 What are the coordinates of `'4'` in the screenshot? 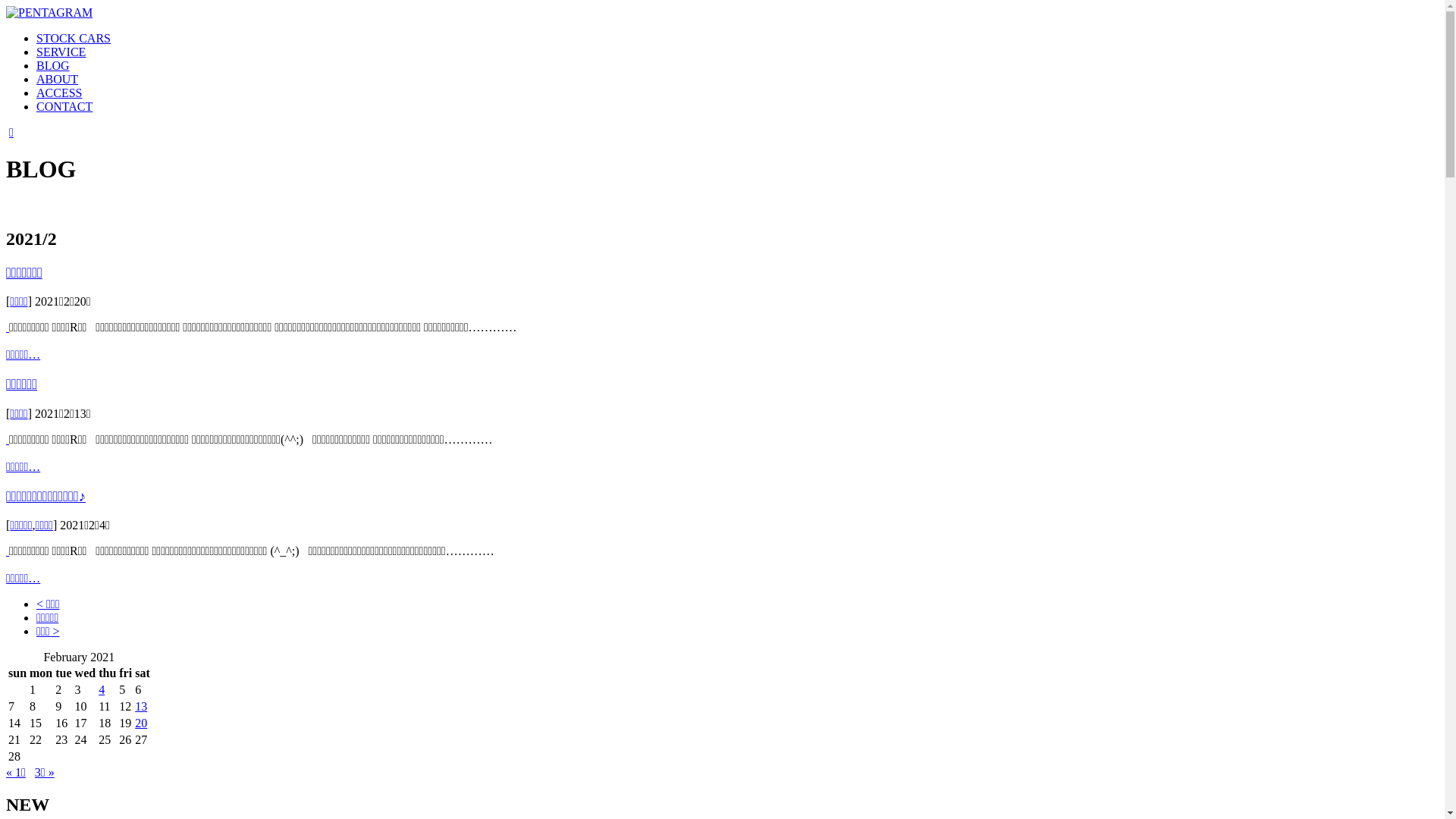 It's located at (101, 689).